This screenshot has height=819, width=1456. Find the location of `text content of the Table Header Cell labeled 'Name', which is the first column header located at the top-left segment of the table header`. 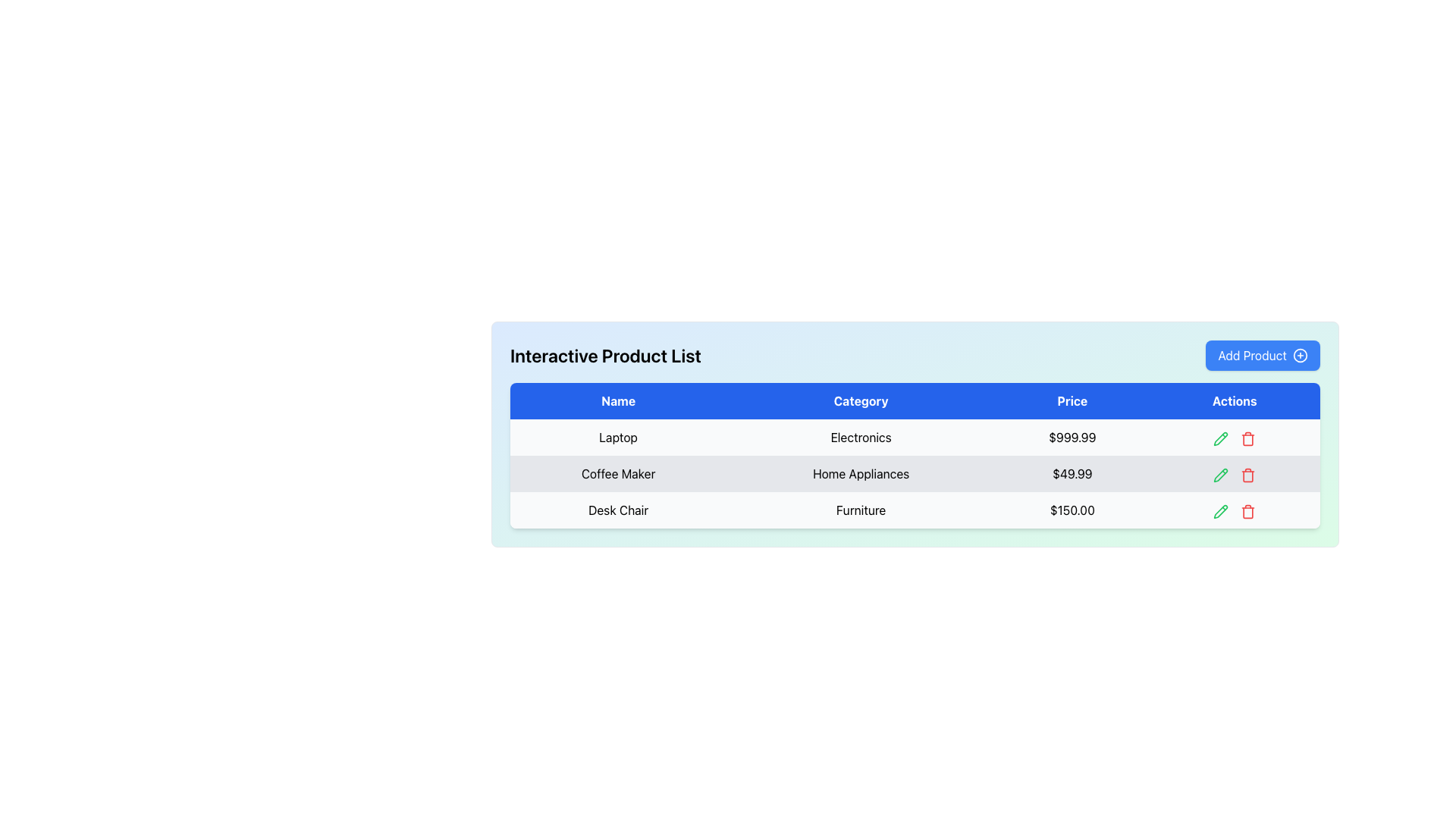

text content of the Table Header Cell labeled 'Name', which is the first column header located at the top-left segment of the table header is located at coordinates (618, 400).